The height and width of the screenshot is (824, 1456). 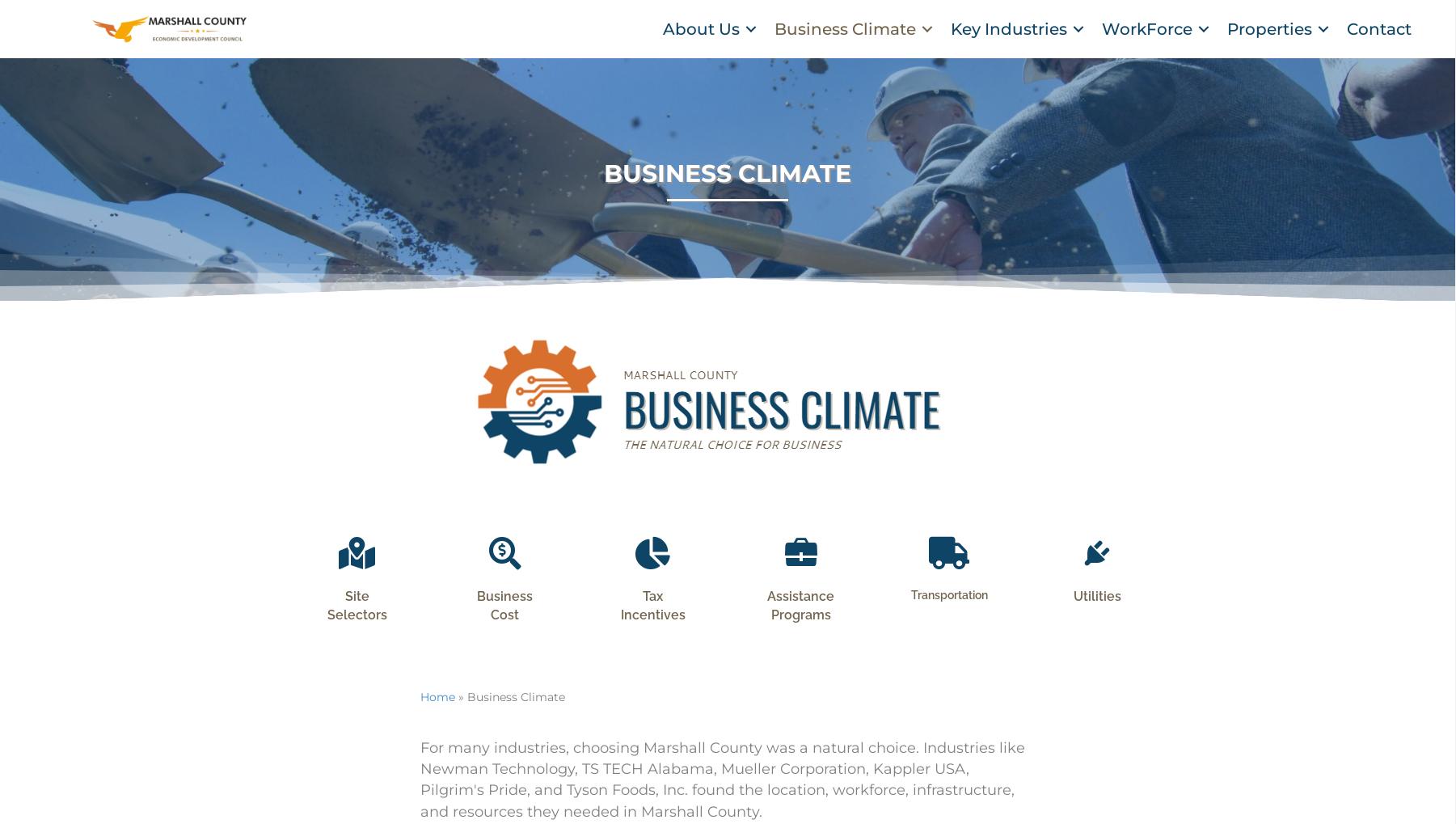 What do you see at coordinates (1072, 616) in the screenshot?
I see `'Utilities'` at bounding box center [1072, 616].